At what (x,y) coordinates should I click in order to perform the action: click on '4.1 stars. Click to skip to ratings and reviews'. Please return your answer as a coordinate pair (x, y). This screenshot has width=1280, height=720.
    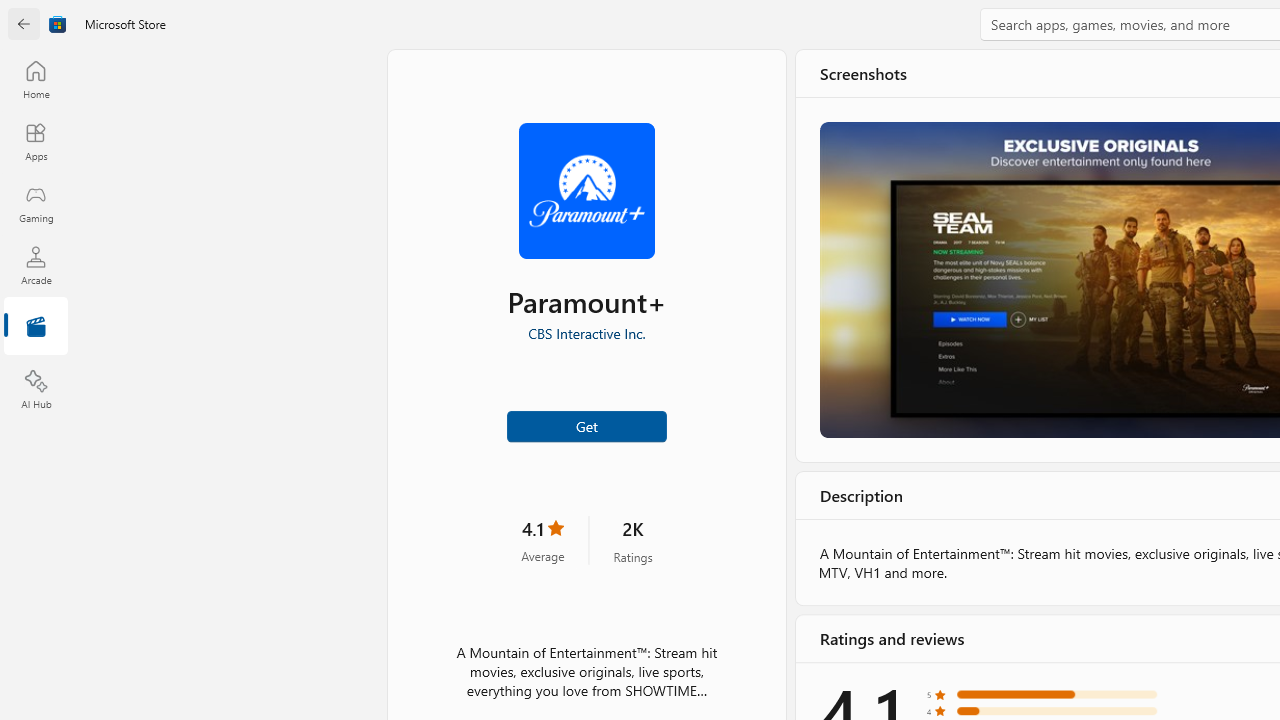
    Looking at the image, I should click on (542, 540).